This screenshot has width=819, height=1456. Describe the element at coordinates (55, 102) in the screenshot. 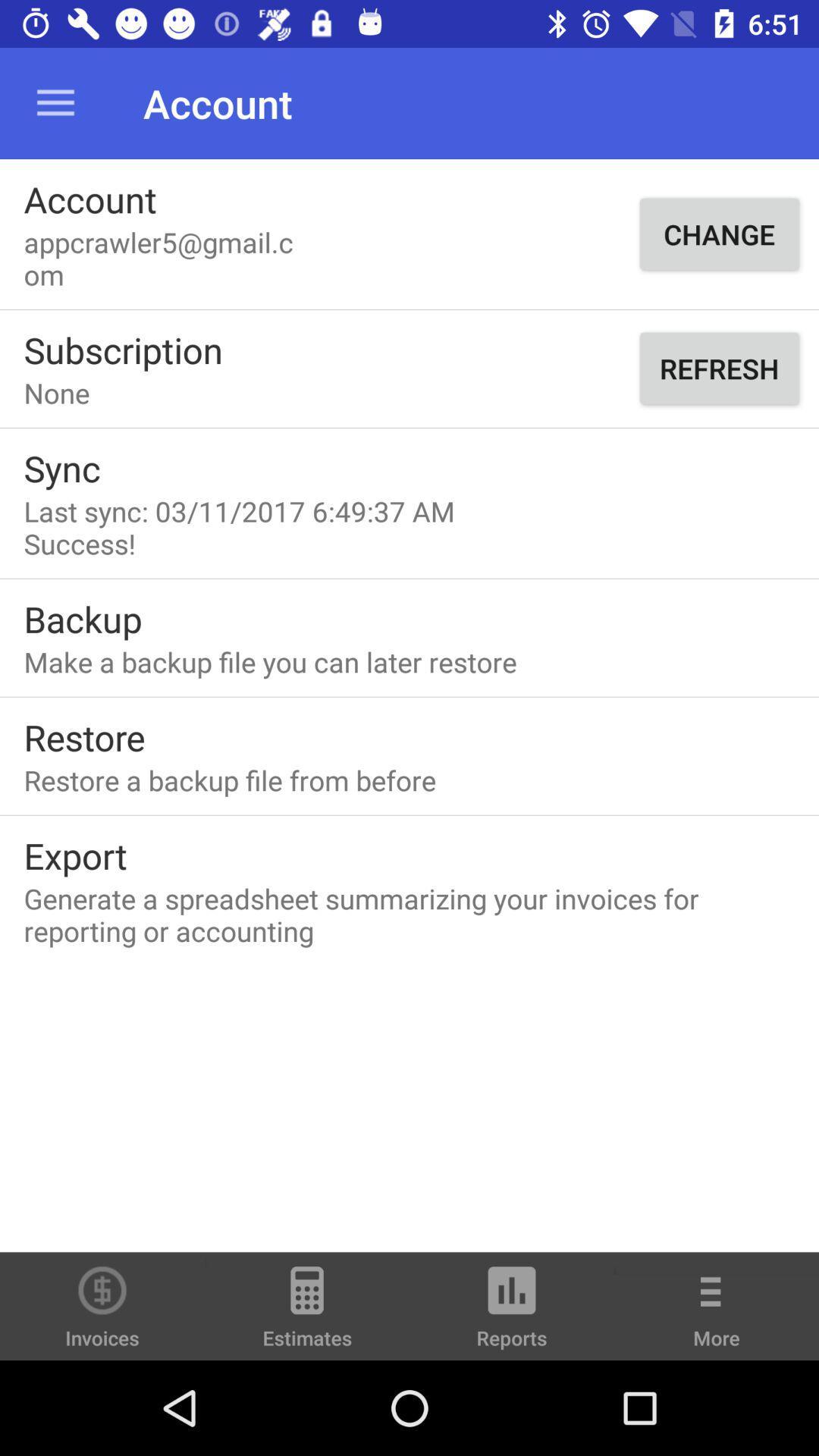

I see `icon next to the account icon` at that location.